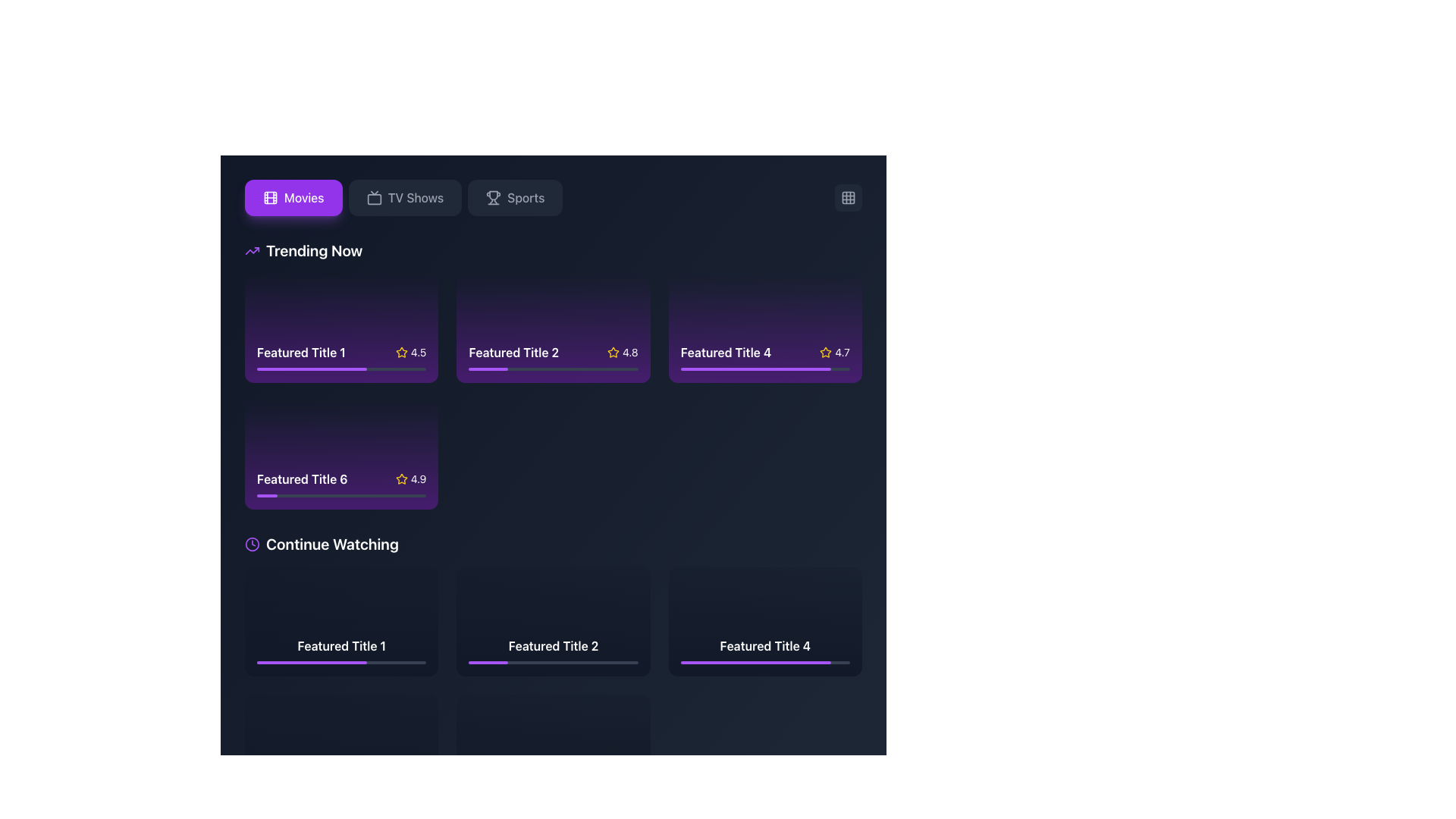 Image resolution: width=1456 pixels, height=819 pixels. I want to click on the text label displaying '4.9' in white color on a purple background, located in the bottom-right corner of the 'Featured Title 6' card under the 'Trending Now' section, so click(419, 479).